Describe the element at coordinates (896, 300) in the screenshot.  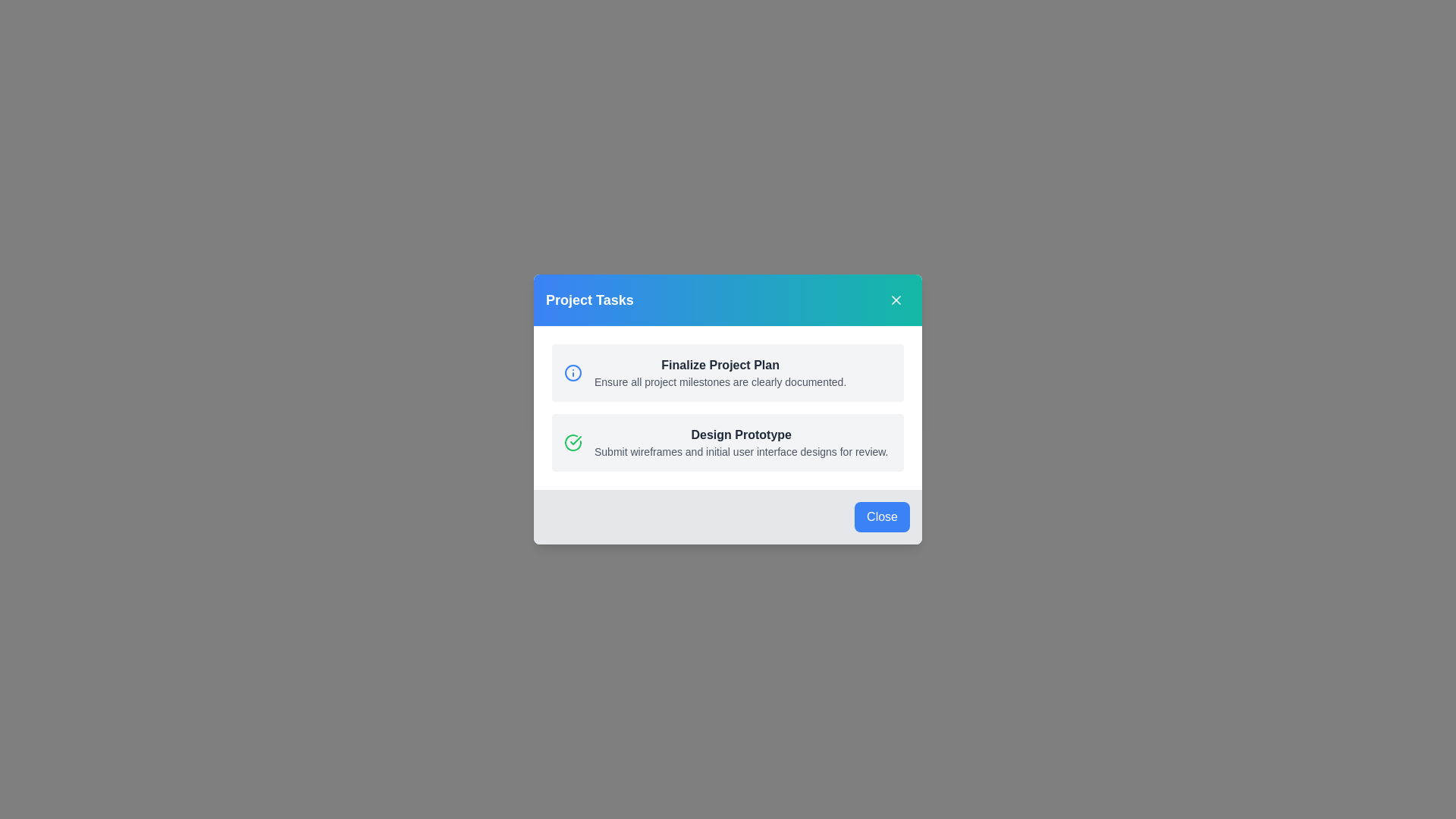
I see `the close button in the header to close the dialog` at that location.